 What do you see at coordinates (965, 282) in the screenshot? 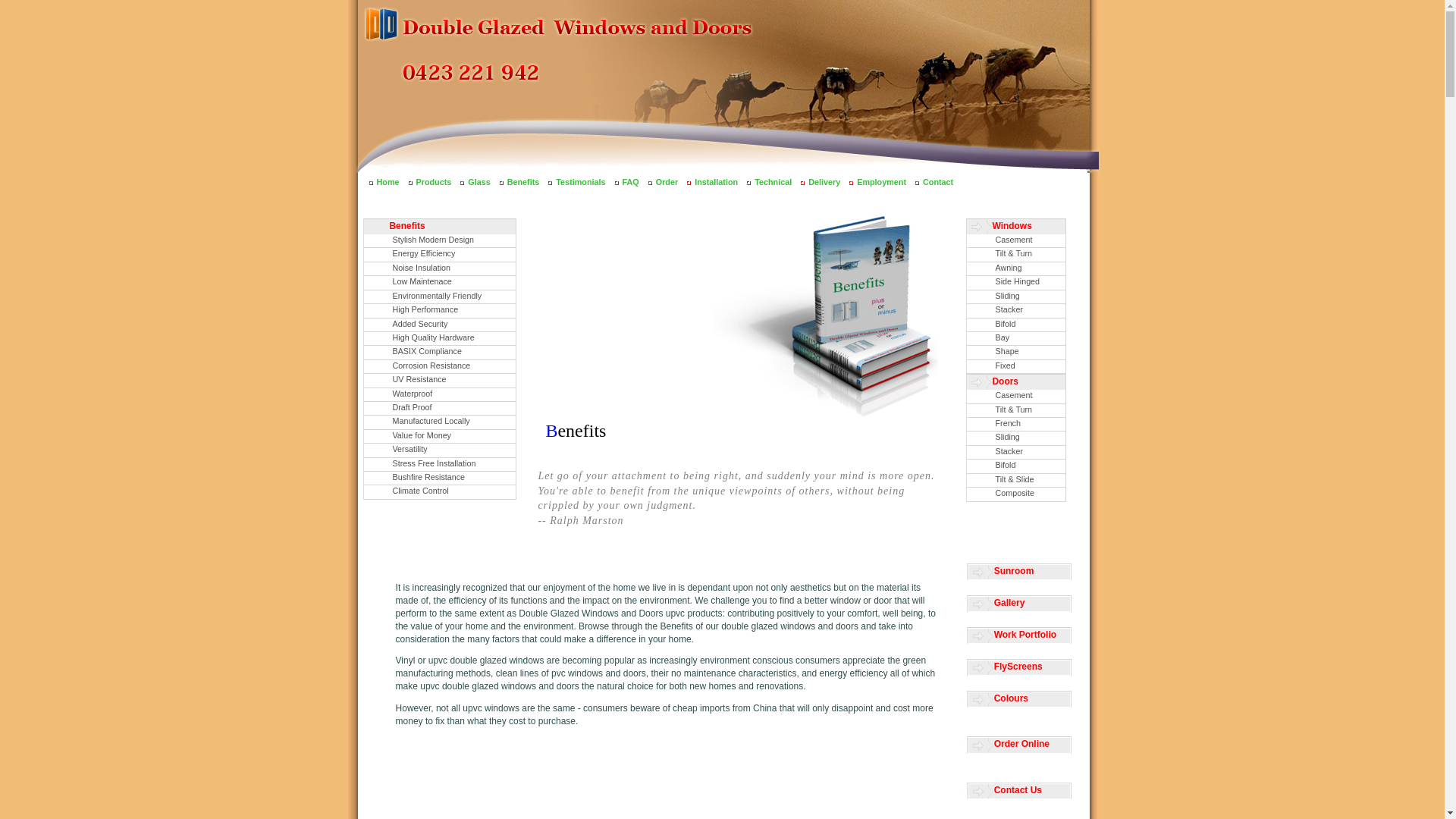
I see `'Side Hinged'` at bounding box center [965, 282].